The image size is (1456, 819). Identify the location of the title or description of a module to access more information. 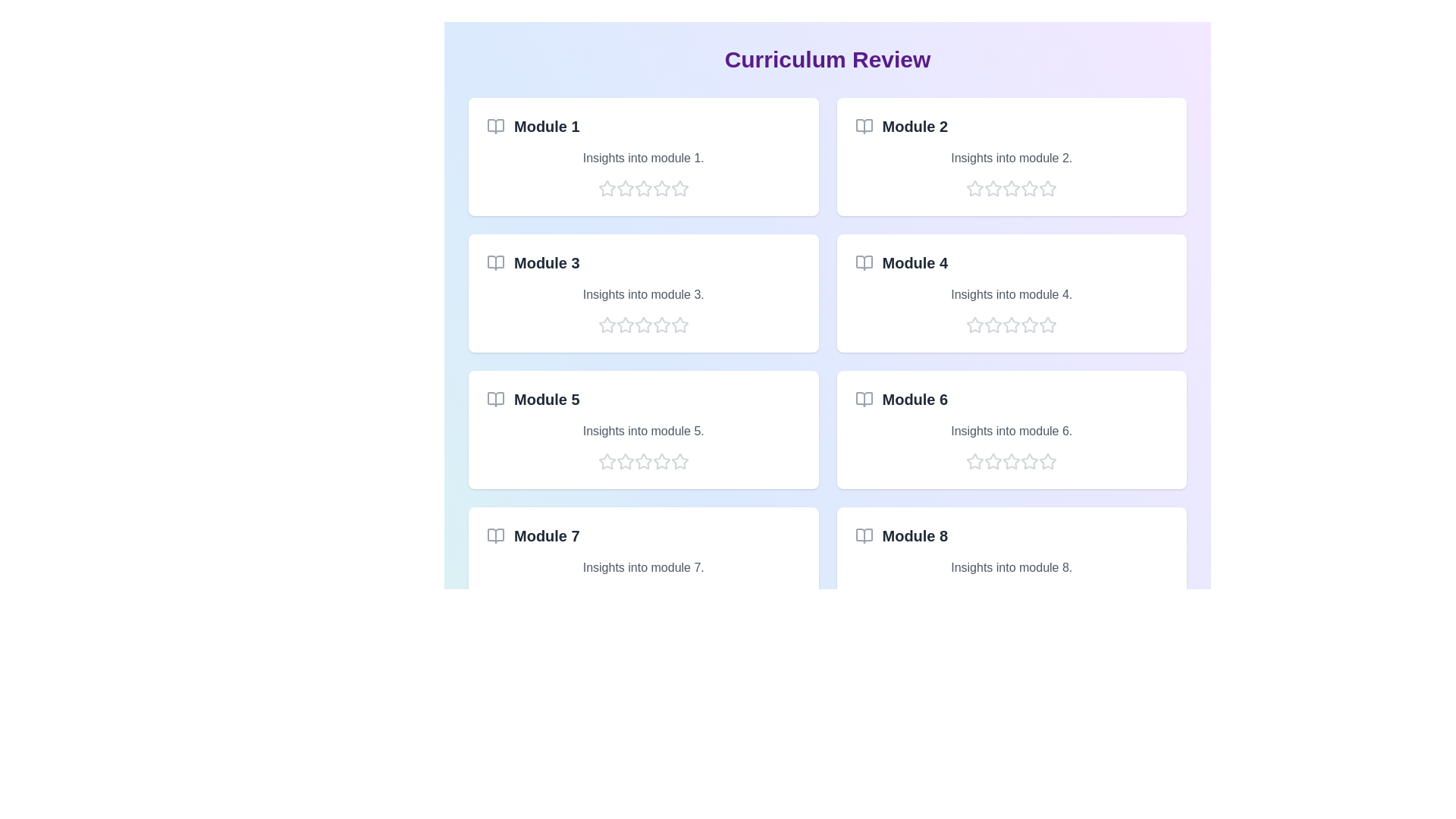
(643, 157).